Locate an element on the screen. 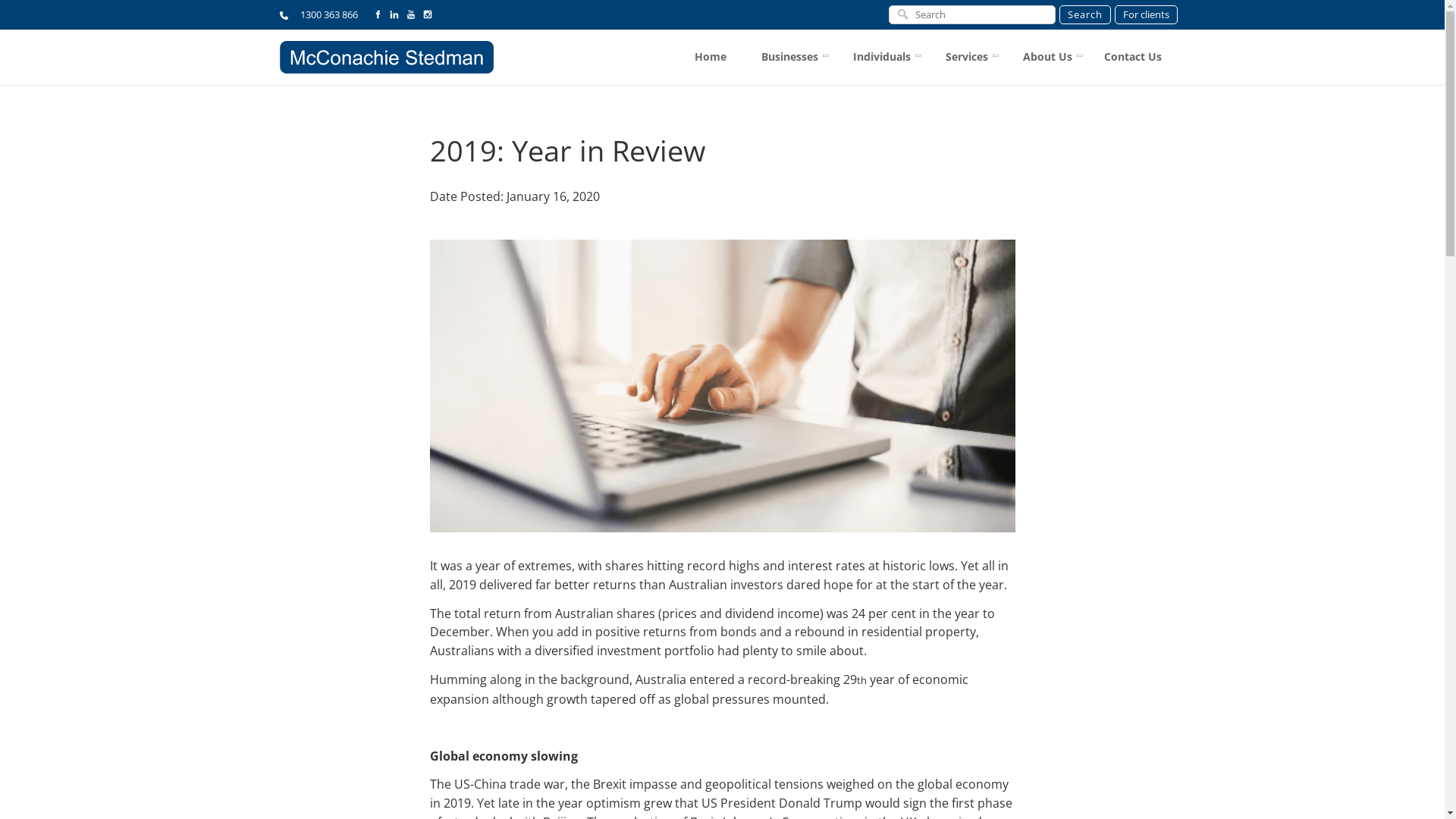 This screenshot has width=1456, height=819. 'Youtube' is located at coordinates (411, 14).